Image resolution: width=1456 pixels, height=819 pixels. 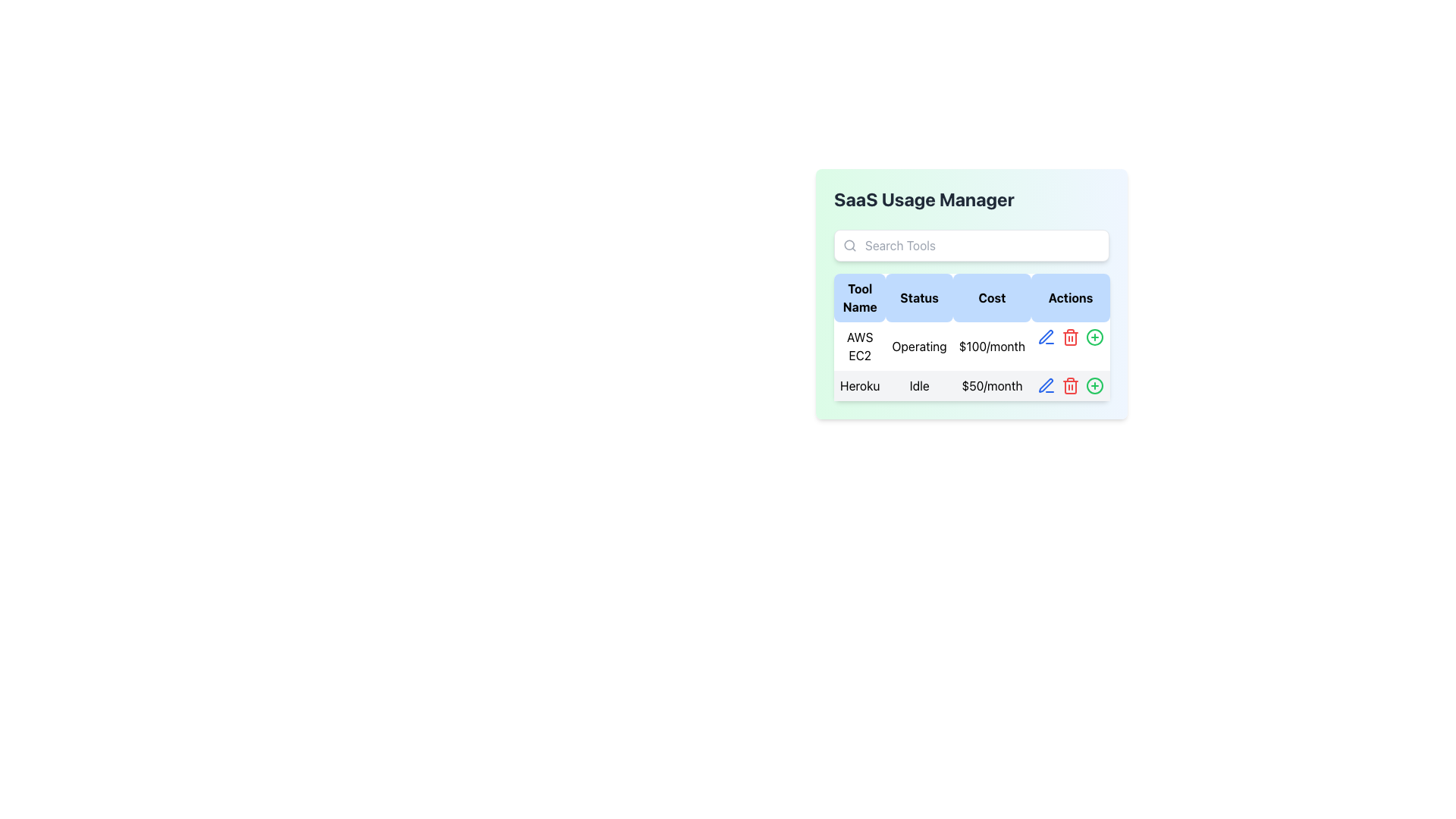 I want to click on the 'Status' column label in the table, which is the second column header located between the 'Tool Name' and 'Cost' headers, so click(x=918, y=298).